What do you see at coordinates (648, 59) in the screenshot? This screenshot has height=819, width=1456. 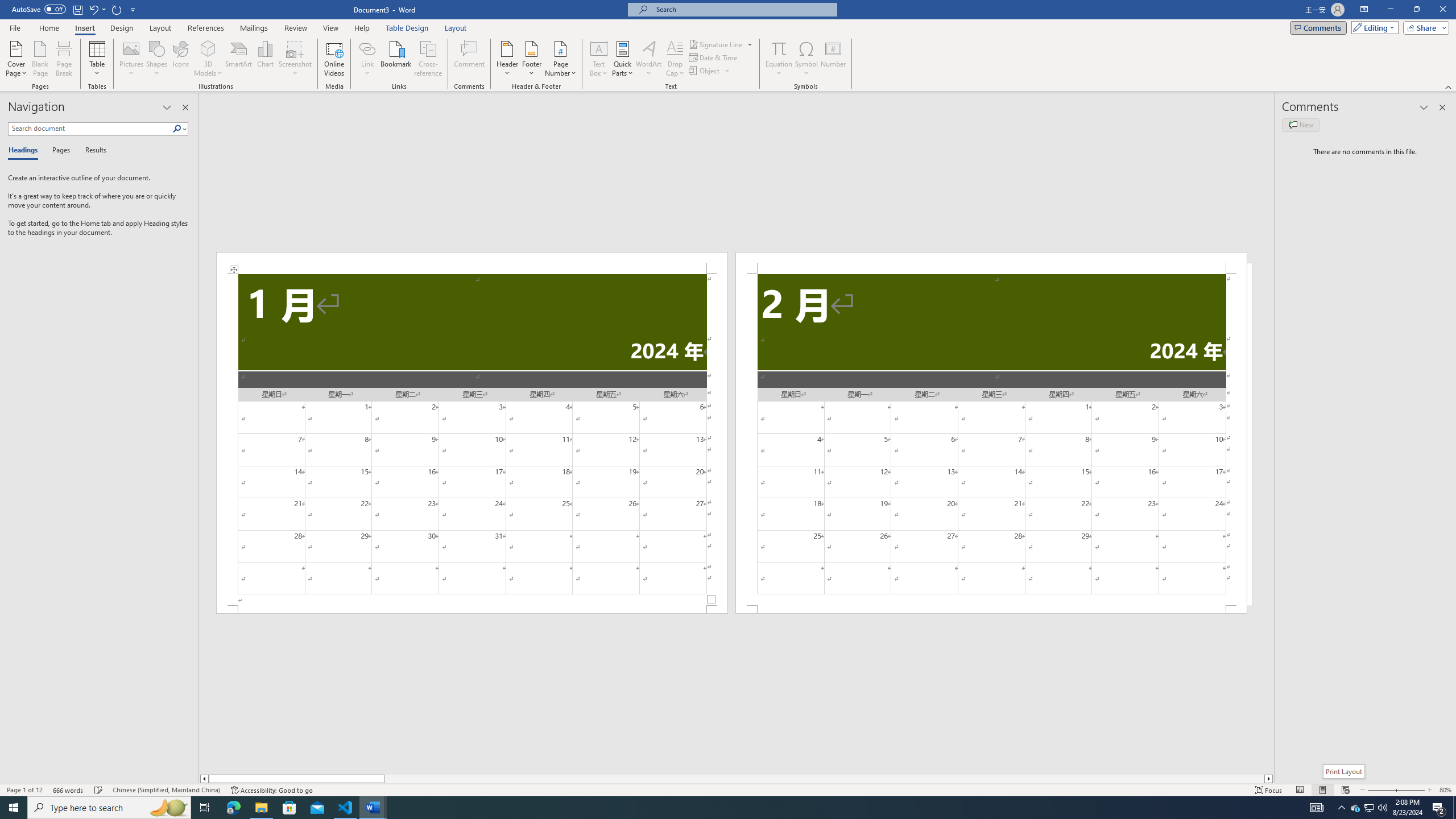 I see `'WordArt'` at bounding box center [648, 59].